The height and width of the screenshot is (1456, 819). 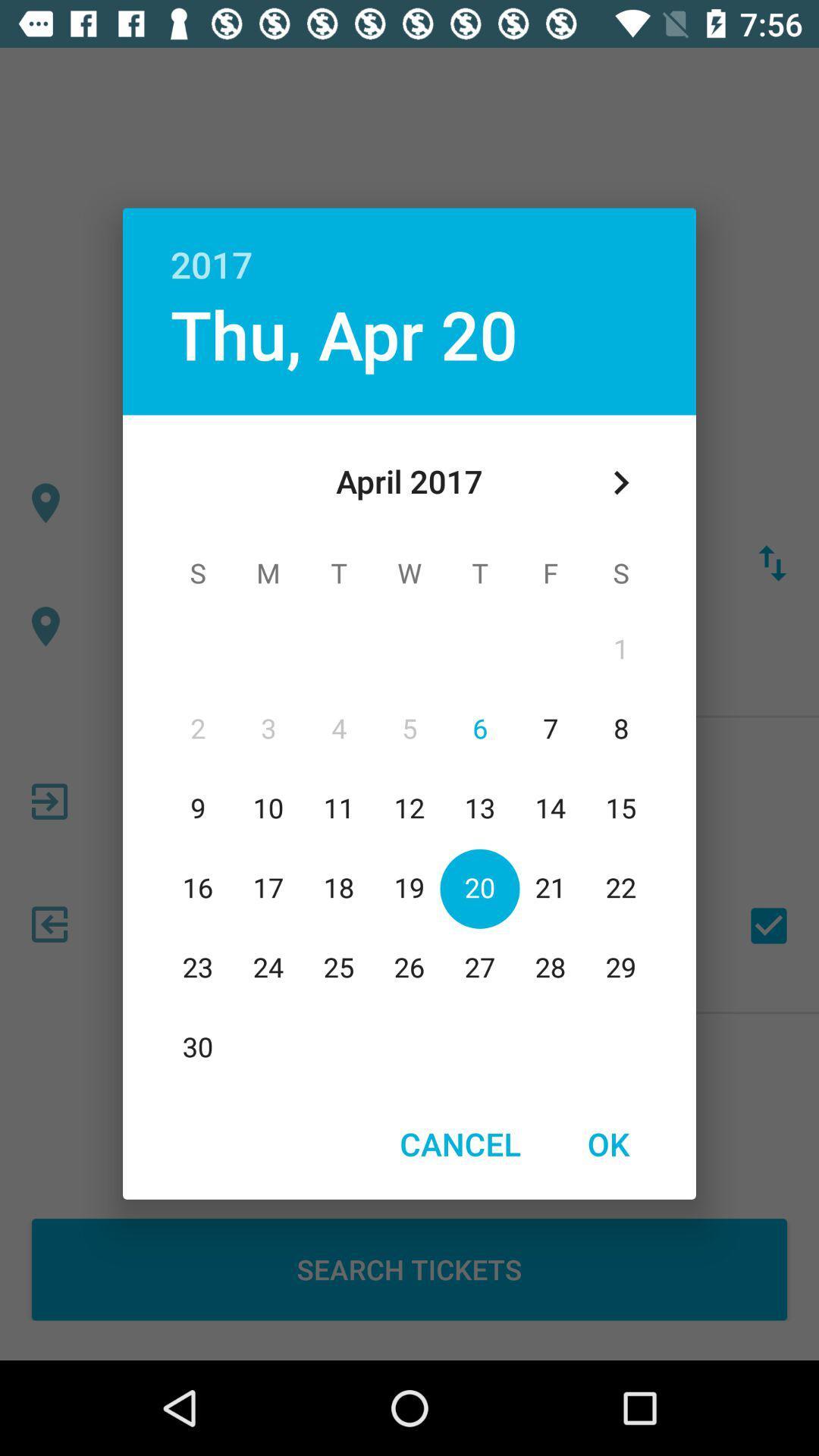 What do you see at coordinates (460, 1144) in the screenshot?
I see `item to the left of the ok` at bounding box center [460, 1144].